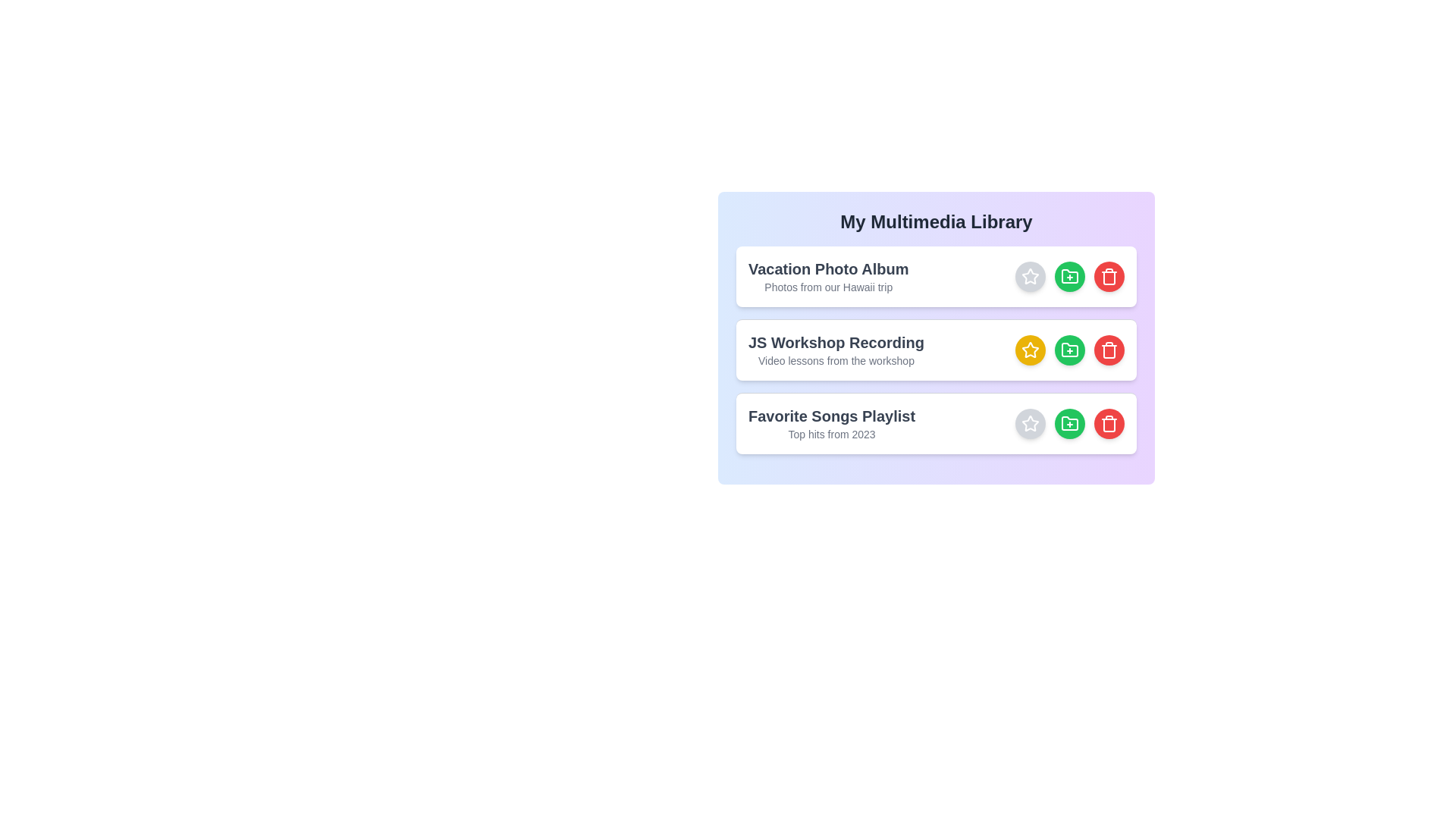 Image resolution: width=1456 pixels, height=819 pixels. Describe the element at coordinates (1069, 423) in the screenshot. I see `the green folder icon with a white cross symbol, which represents the 'add folder' function, located to the right of the 'Favorite Songs Playlist' row` at that location.